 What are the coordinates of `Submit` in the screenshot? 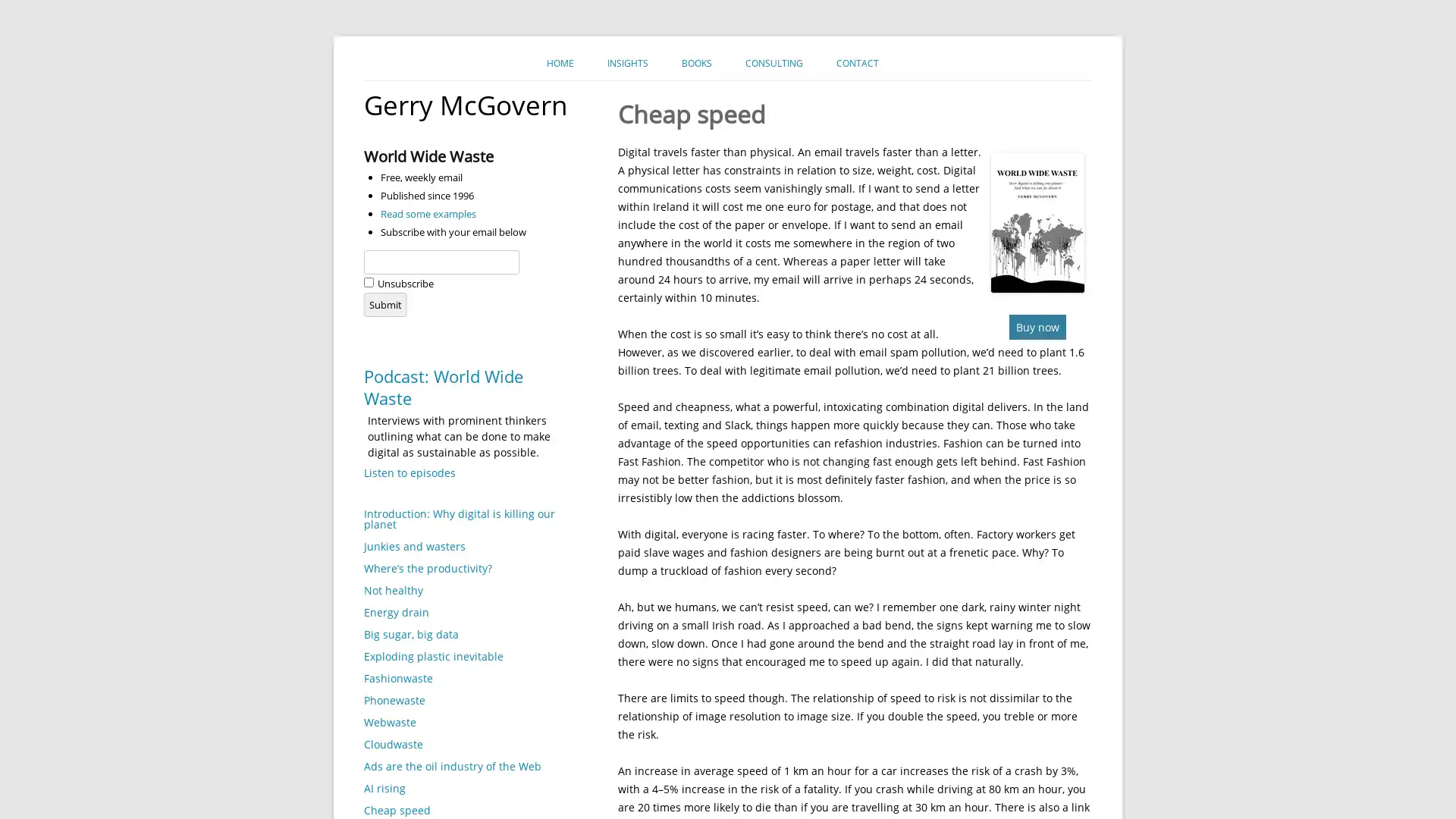 It's located at (385, 304).